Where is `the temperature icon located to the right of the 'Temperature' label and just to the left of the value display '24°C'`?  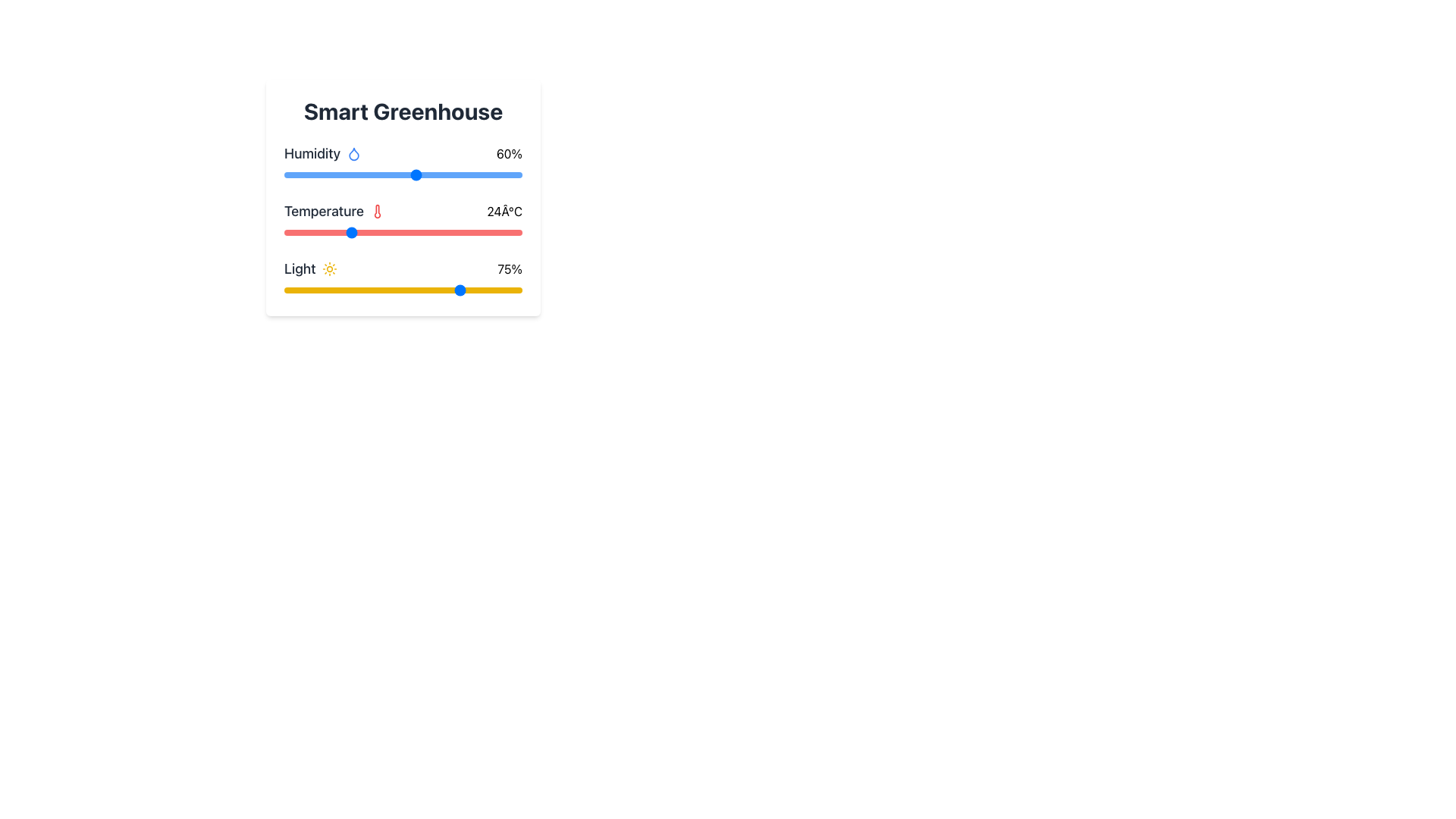
the temperature icon located to the right of the 'Temperature' label and just to the left of the value display '24°C' is located at coordinates (377, 211).